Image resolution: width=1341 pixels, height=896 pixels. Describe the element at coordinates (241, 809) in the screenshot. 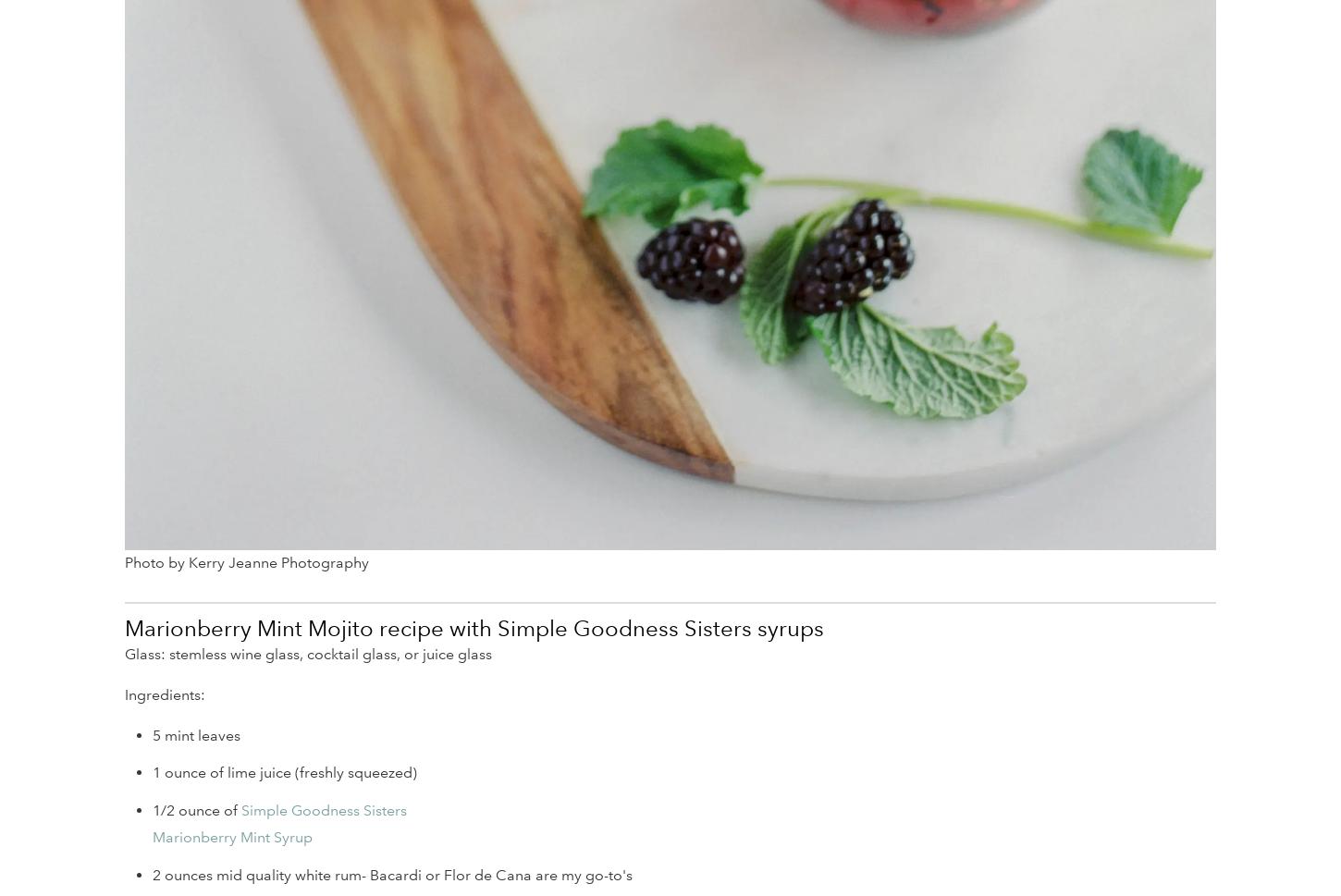

I see `'Simple Goodness Sisters'` at that location.